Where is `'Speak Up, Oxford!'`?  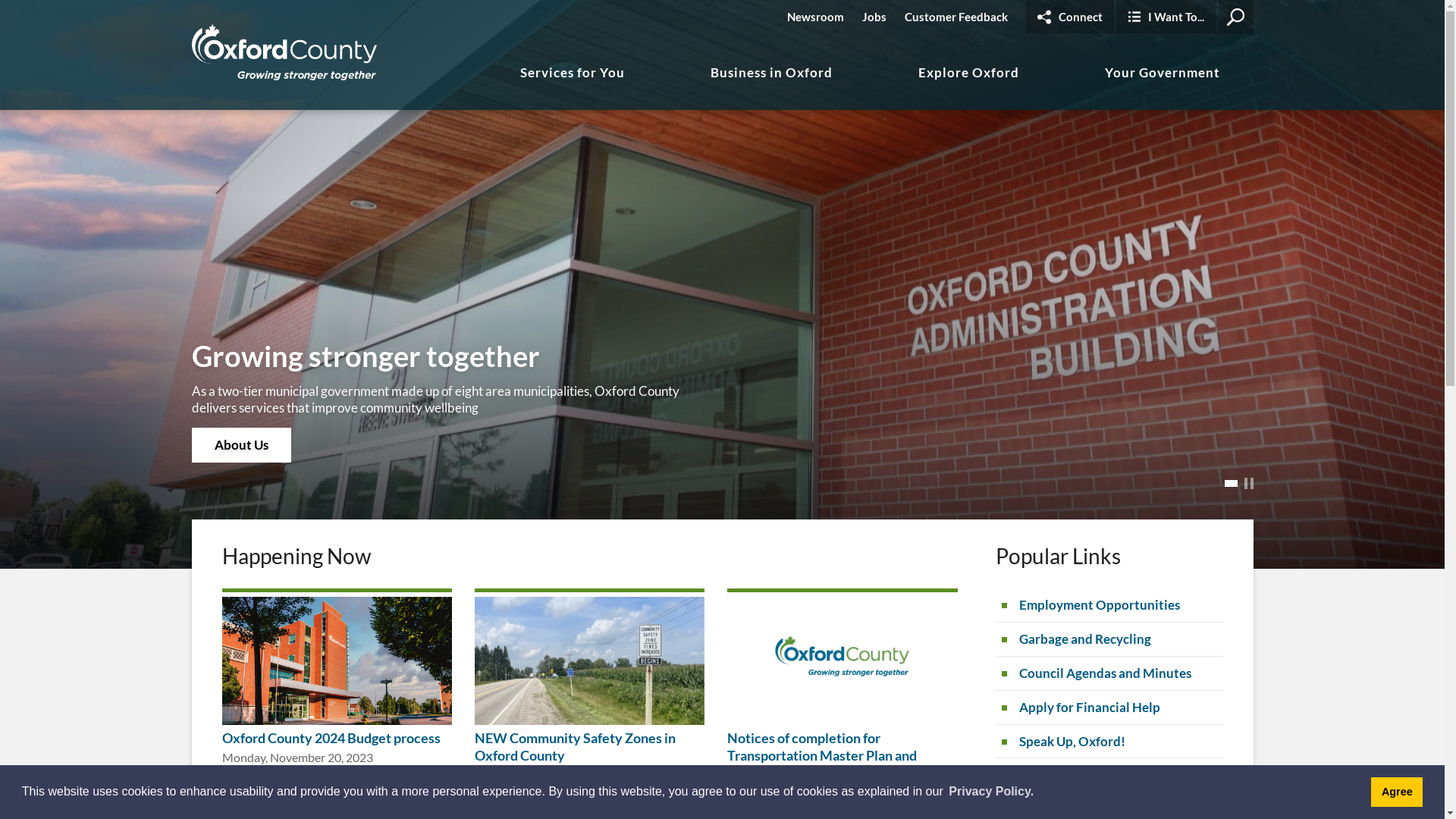
'Speak Up, Oxford!' is located at coordinates (1109, 741).